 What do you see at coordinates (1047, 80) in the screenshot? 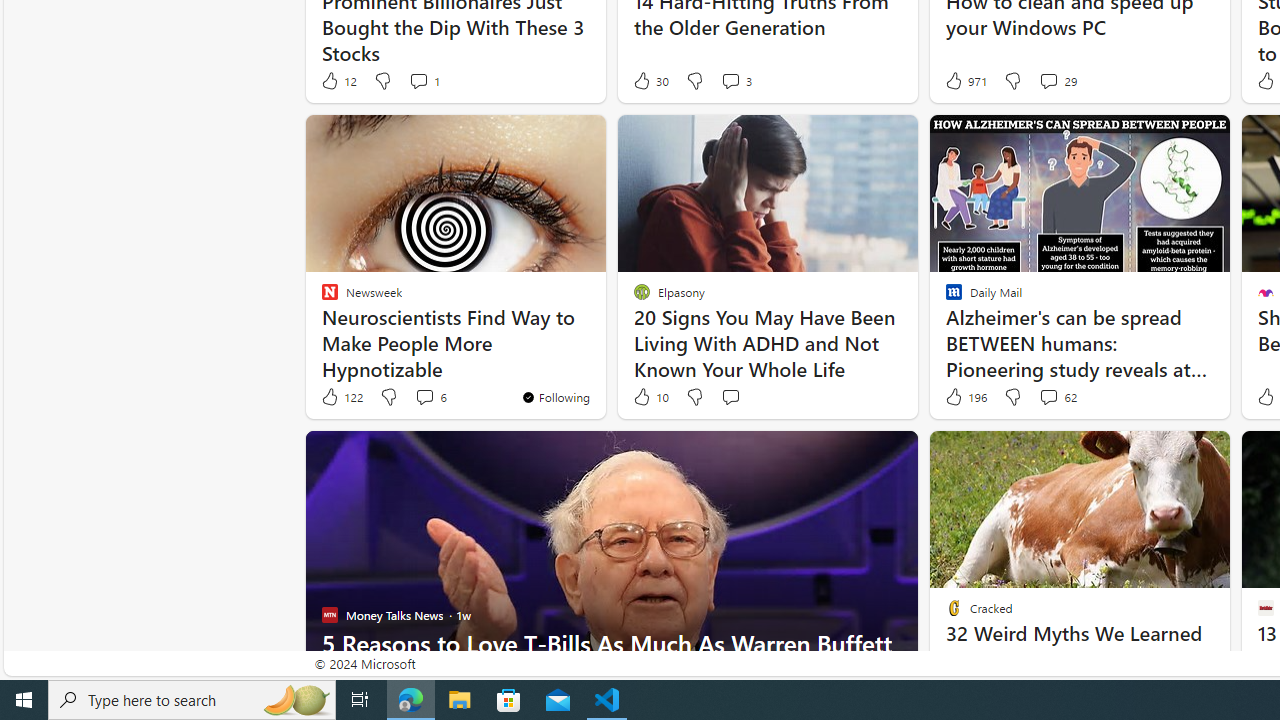
I see `'View comments 29 Comment'` at bounding box center [1047, 80].